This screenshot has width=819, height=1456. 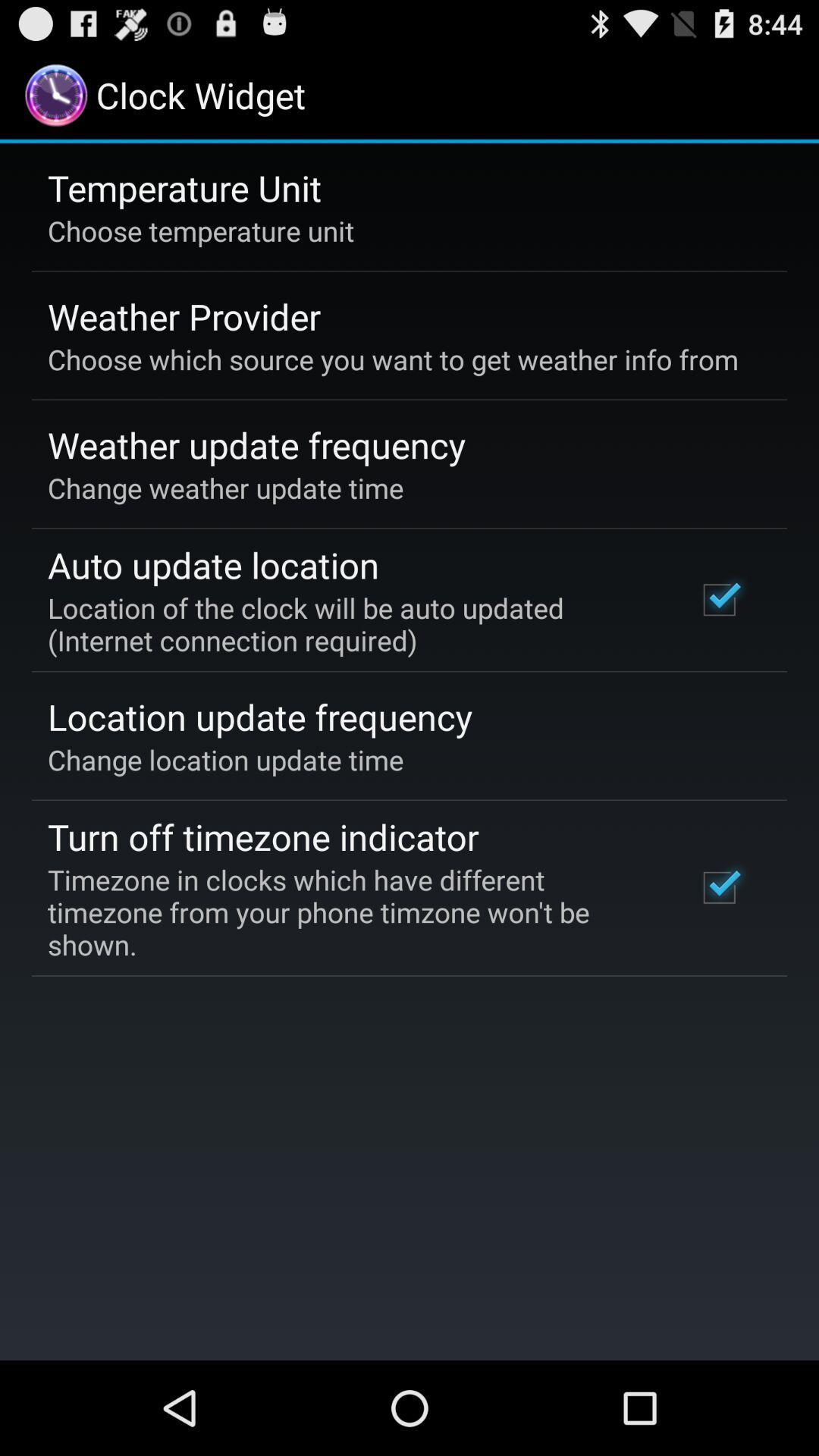 I want to click on last check box, so click(x=718, y=888).